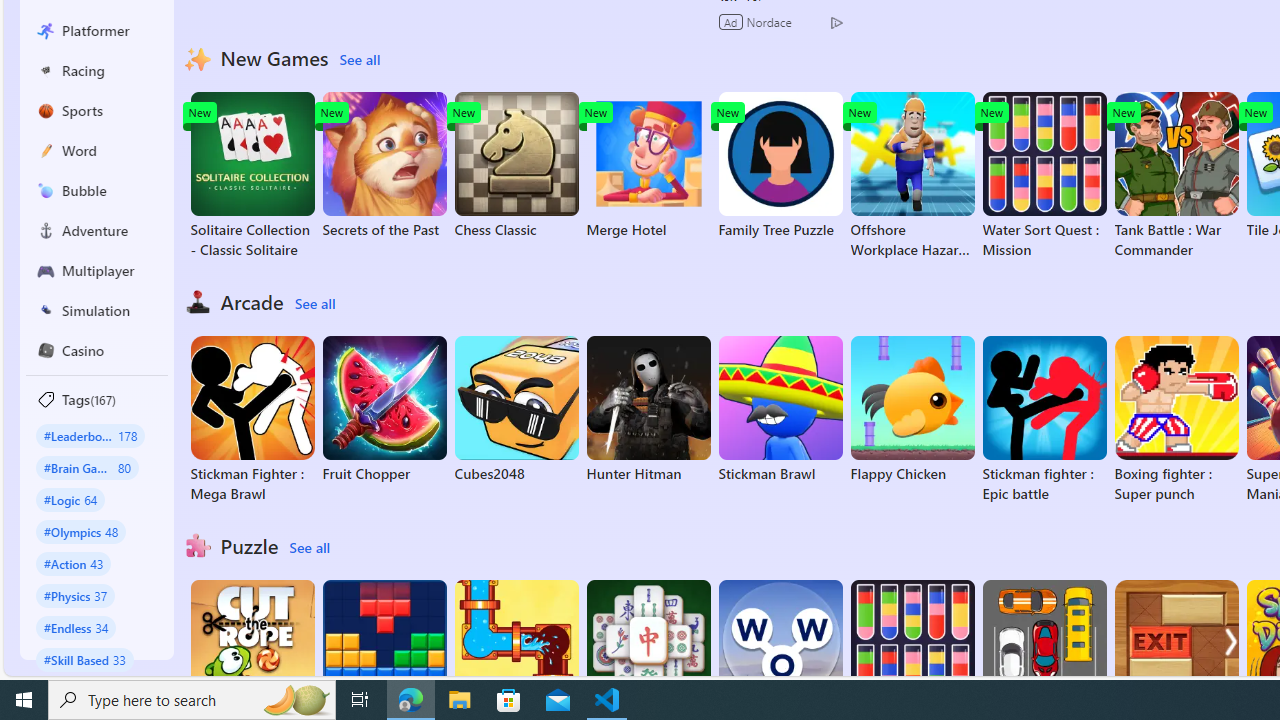  What do you see at coordinates (251, 419) in the screenshot?
I see `'Stickman Fighter : Mega Brawl'` at bounding box center [251, 419].